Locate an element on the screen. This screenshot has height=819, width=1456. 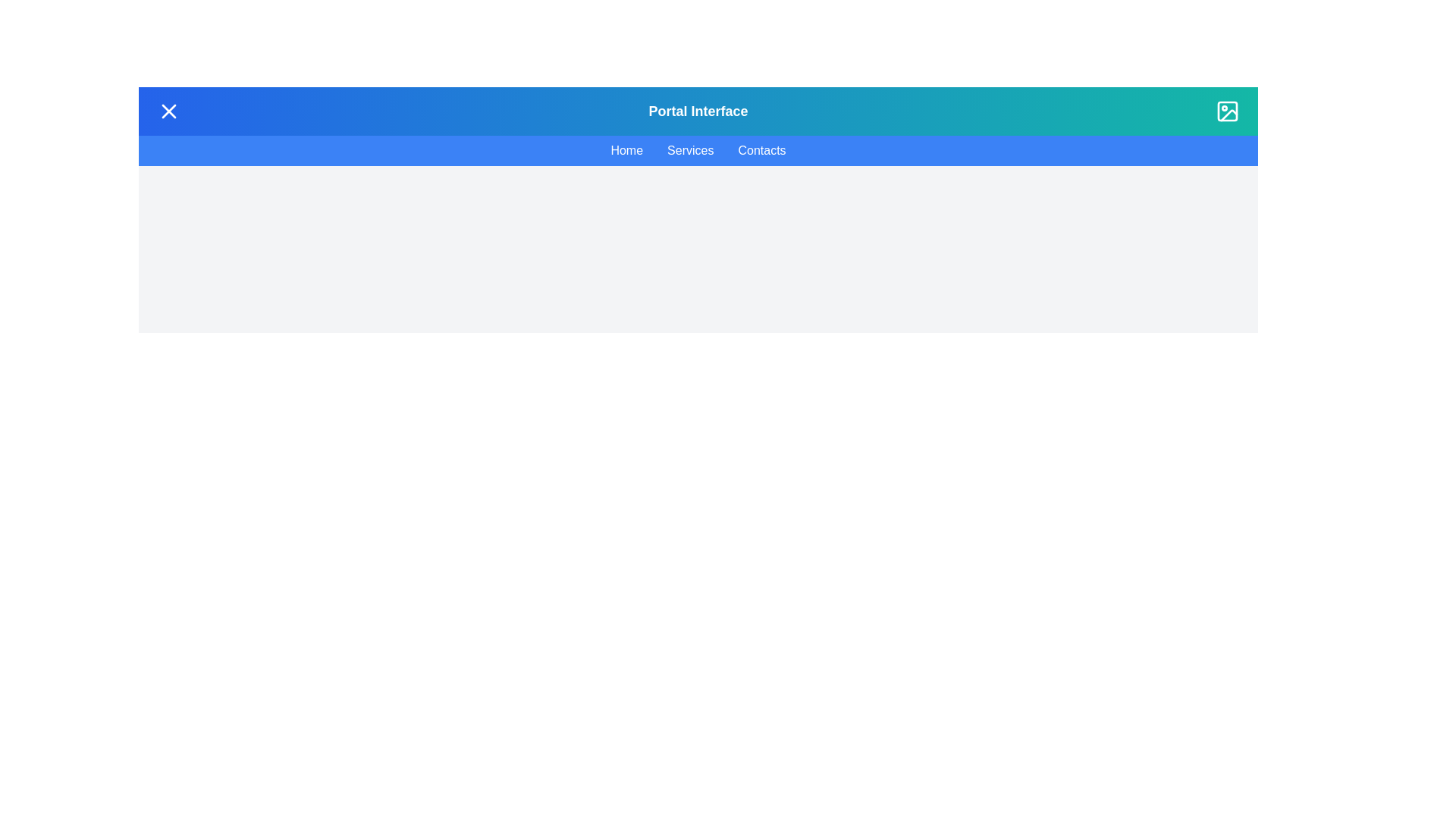
the menu item Services to navigate to the respective section is located at coordinates (689, 151).